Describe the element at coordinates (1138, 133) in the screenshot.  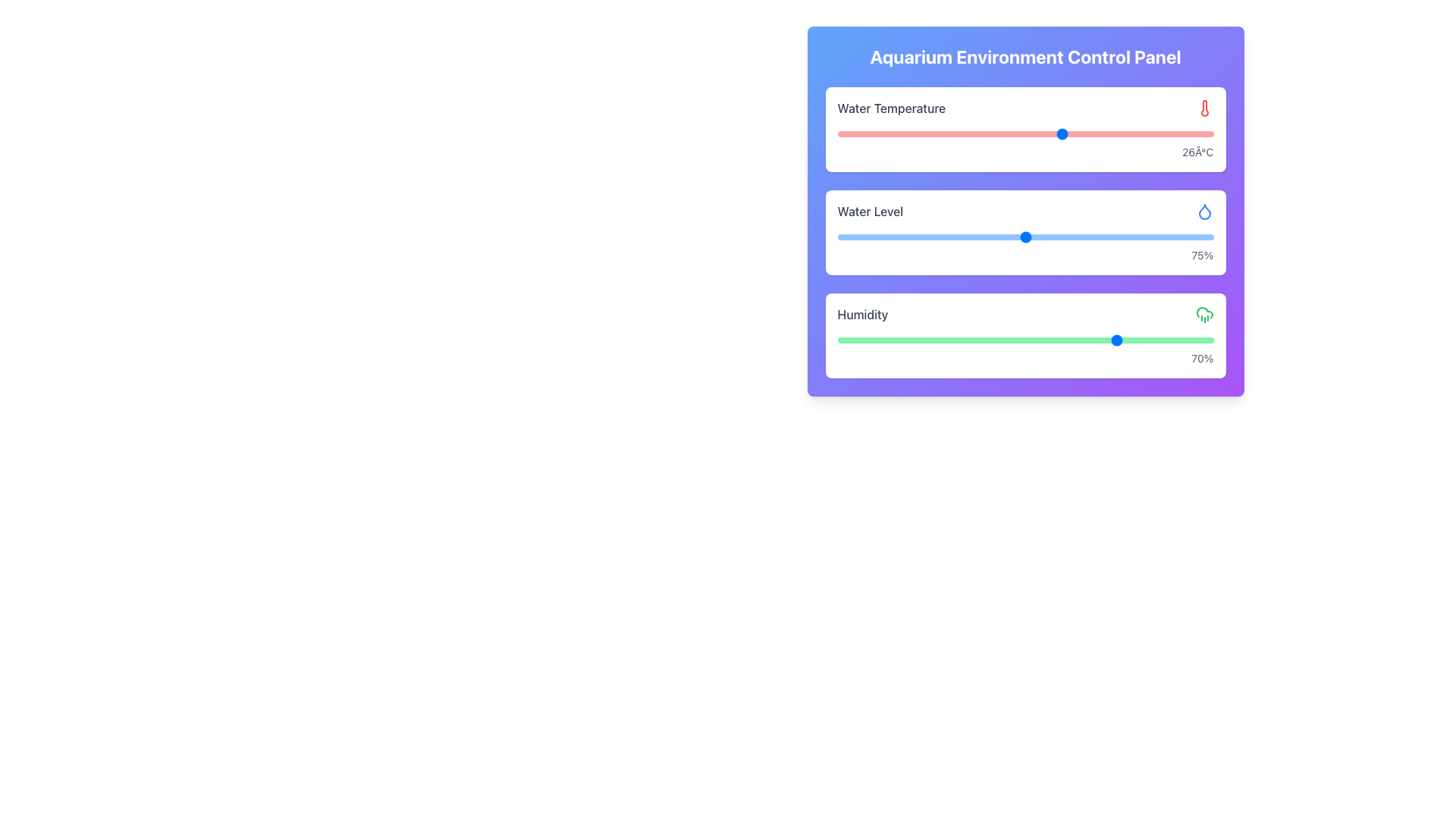
I see `temperature` at that location.